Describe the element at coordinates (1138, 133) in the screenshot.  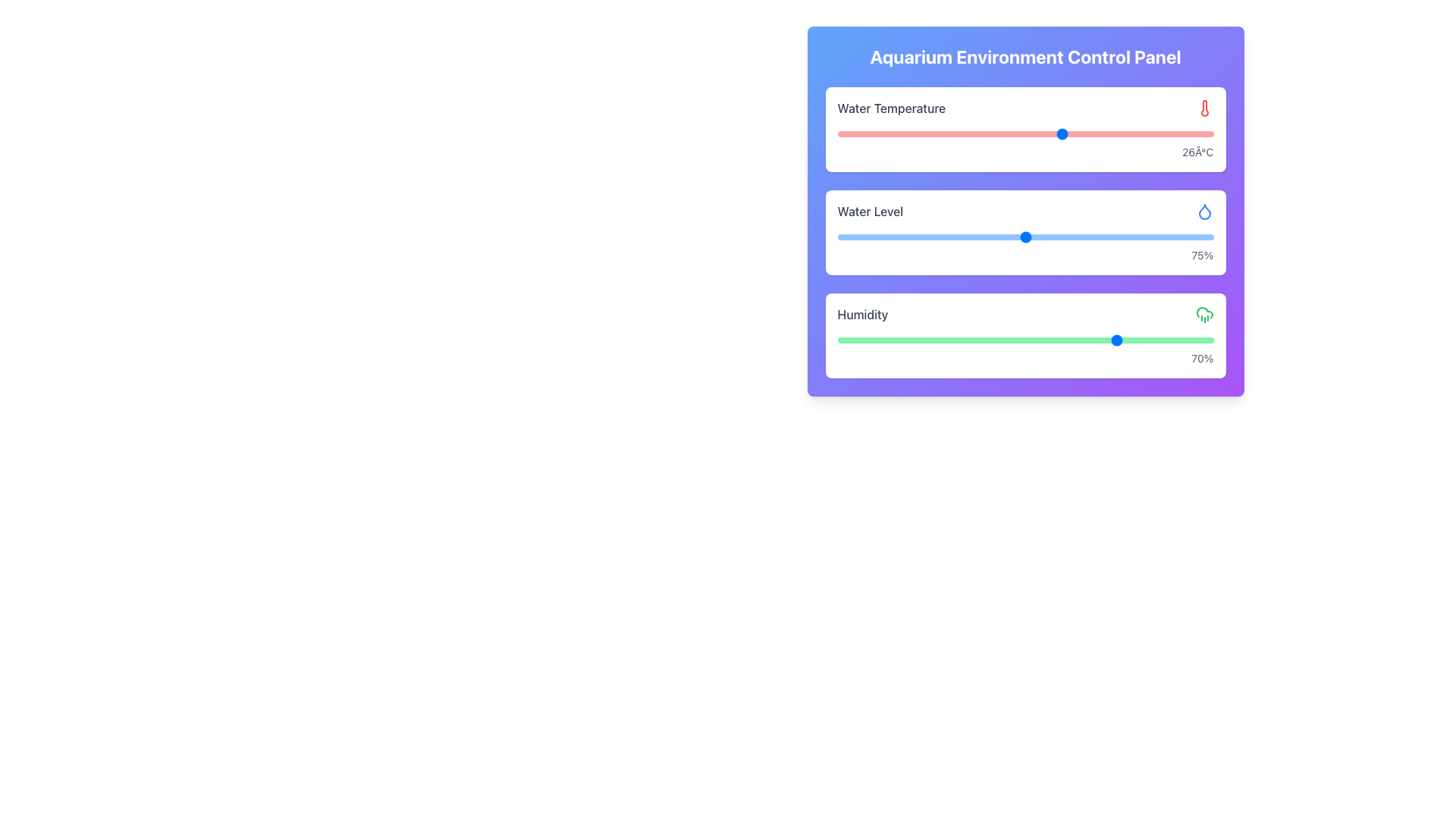
I see `temperature` at that location.